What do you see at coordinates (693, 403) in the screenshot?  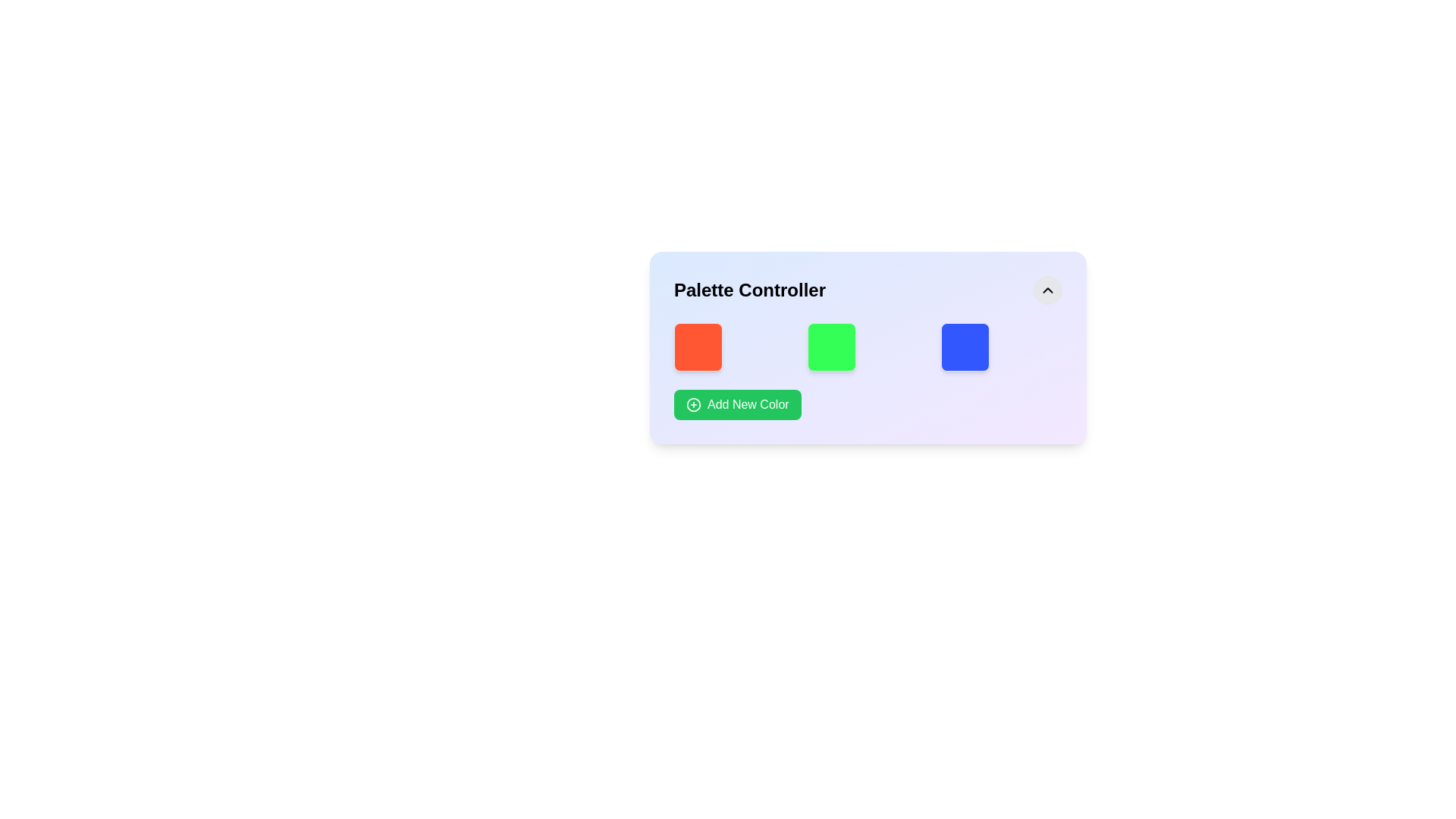 I see `the circular SVG element representing the '+' symbol, which is styled in green and located within the 'Add New Color' button` at bounding box center [693, 403].